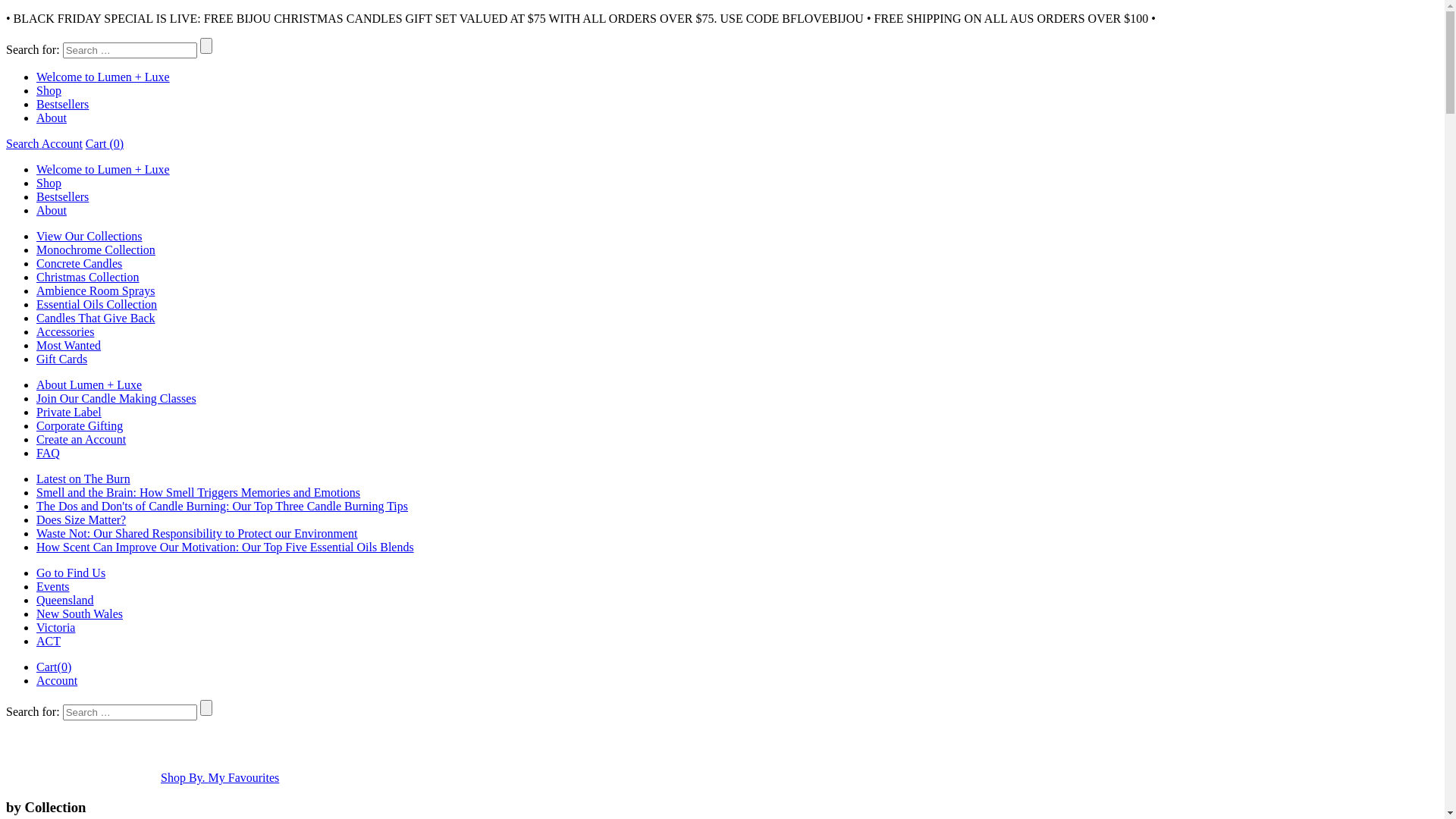 Image resolution: width=1456 pixels, height=819 pixels. What do you see at coordinates (104, 143) in the screenshot?
I see `'Cart (0)'` at bounding box center [104, 143].